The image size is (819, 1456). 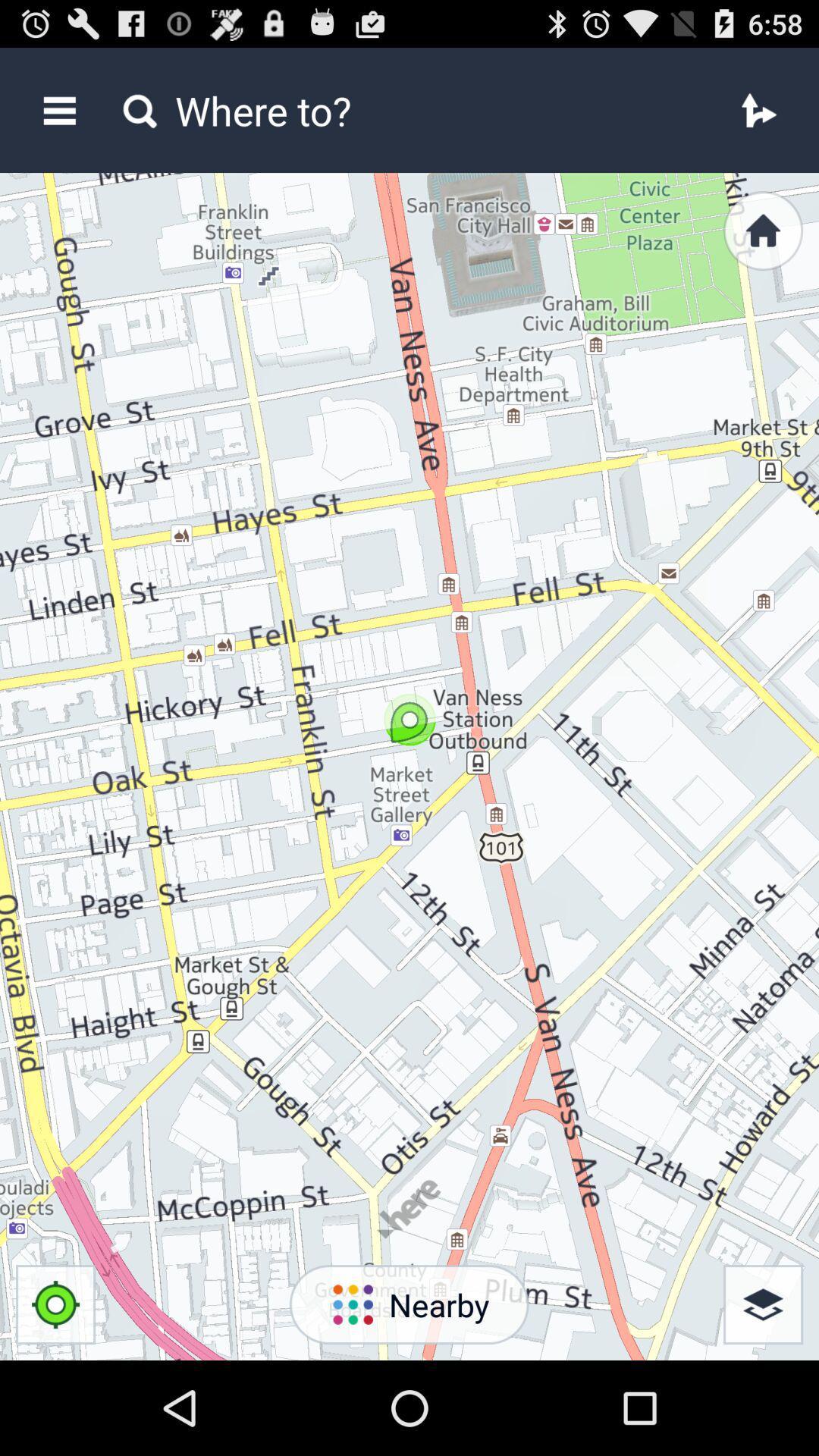 What do you see at coordinates (58, 117) in the screenshot?
I see `the menu icon` at bounding box center [58, 117].